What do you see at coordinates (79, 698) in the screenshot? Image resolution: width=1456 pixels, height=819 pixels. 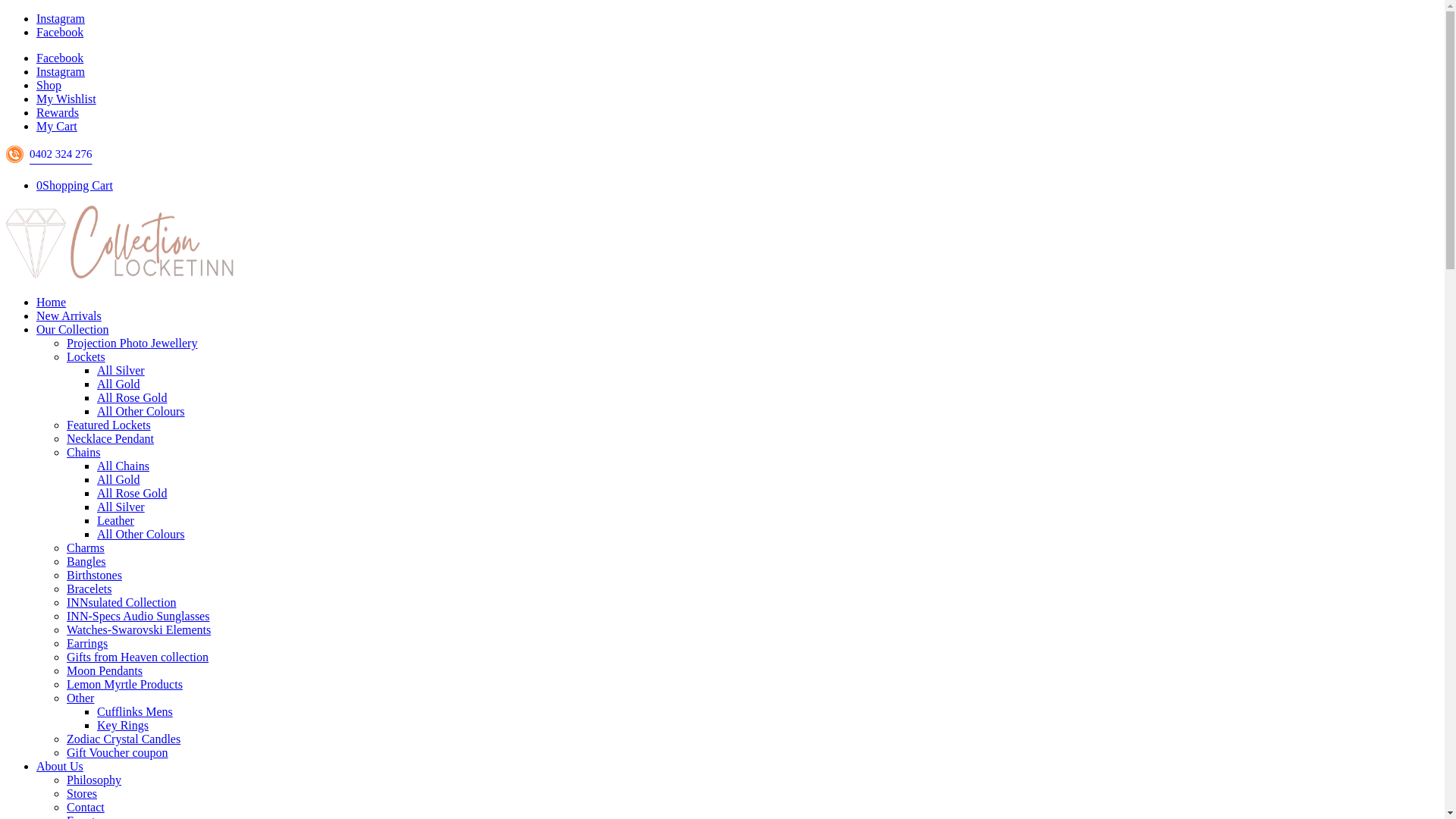 I see `'Other'` at bounding box center [79, 698].